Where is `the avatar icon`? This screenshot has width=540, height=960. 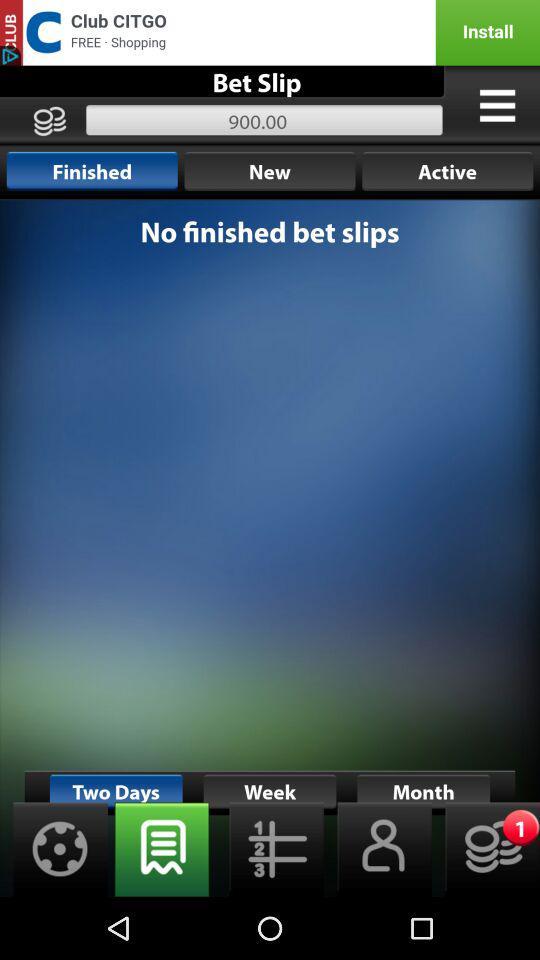 the avatar icon is located at coordinates (378, 909).